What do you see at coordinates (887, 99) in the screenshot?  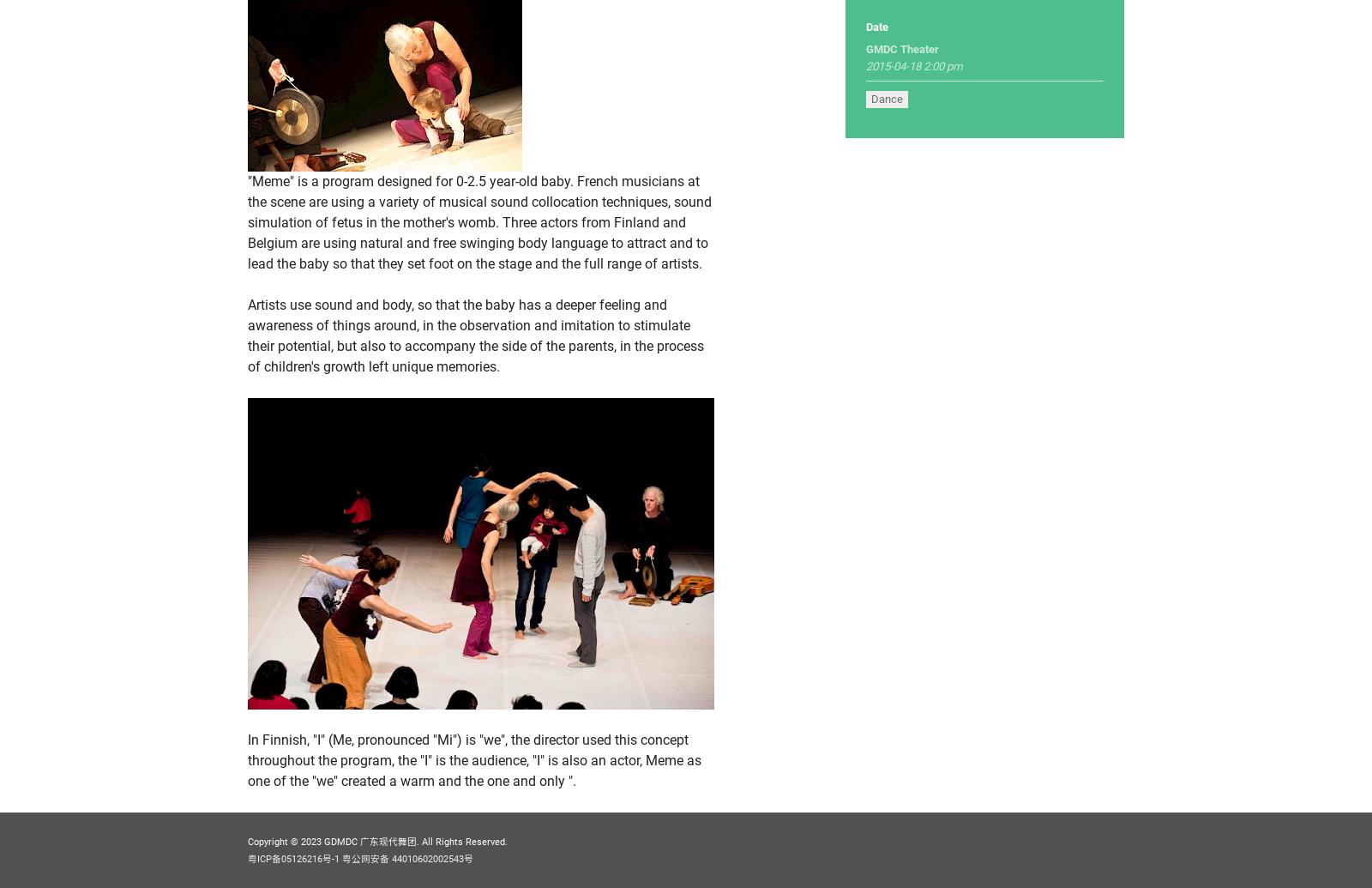 I see `'Dance'` at bounding box center [887, 99].